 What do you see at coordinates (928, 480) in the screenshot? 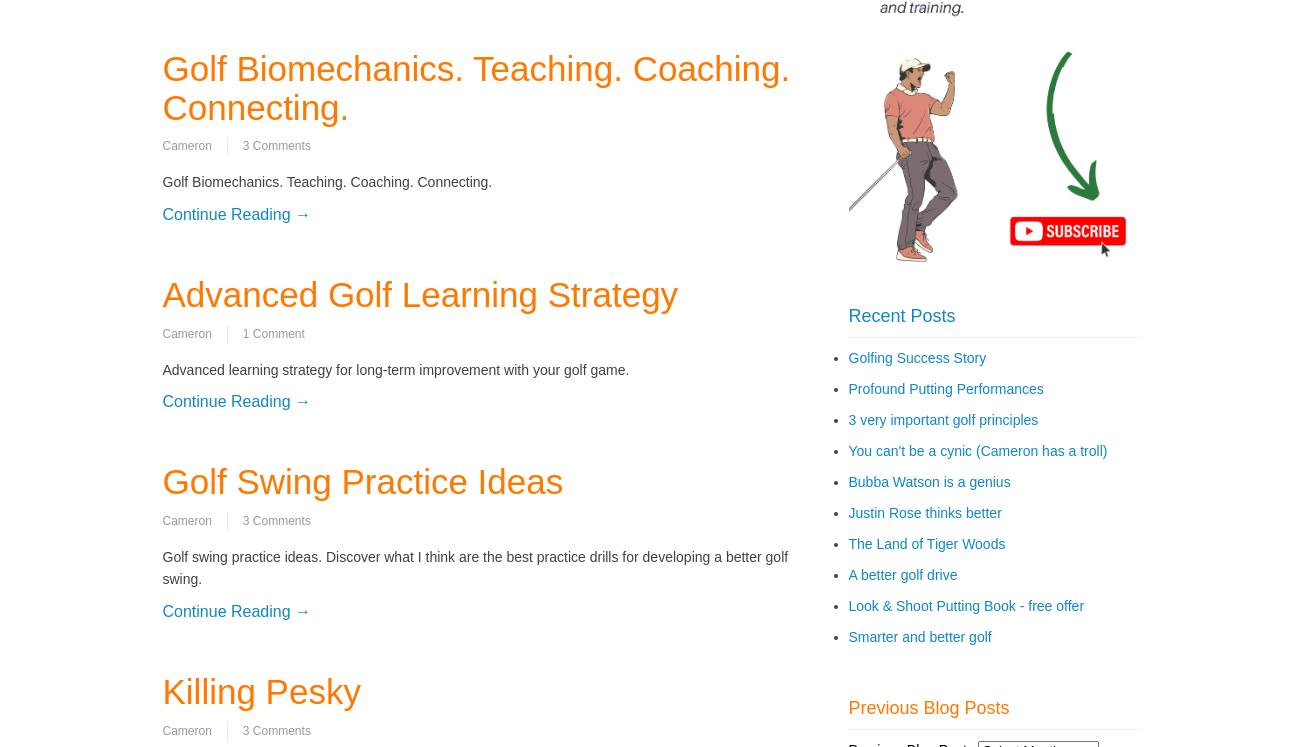
I see `'Bubba Watson is a genius'` at bounding box center [928, 480].